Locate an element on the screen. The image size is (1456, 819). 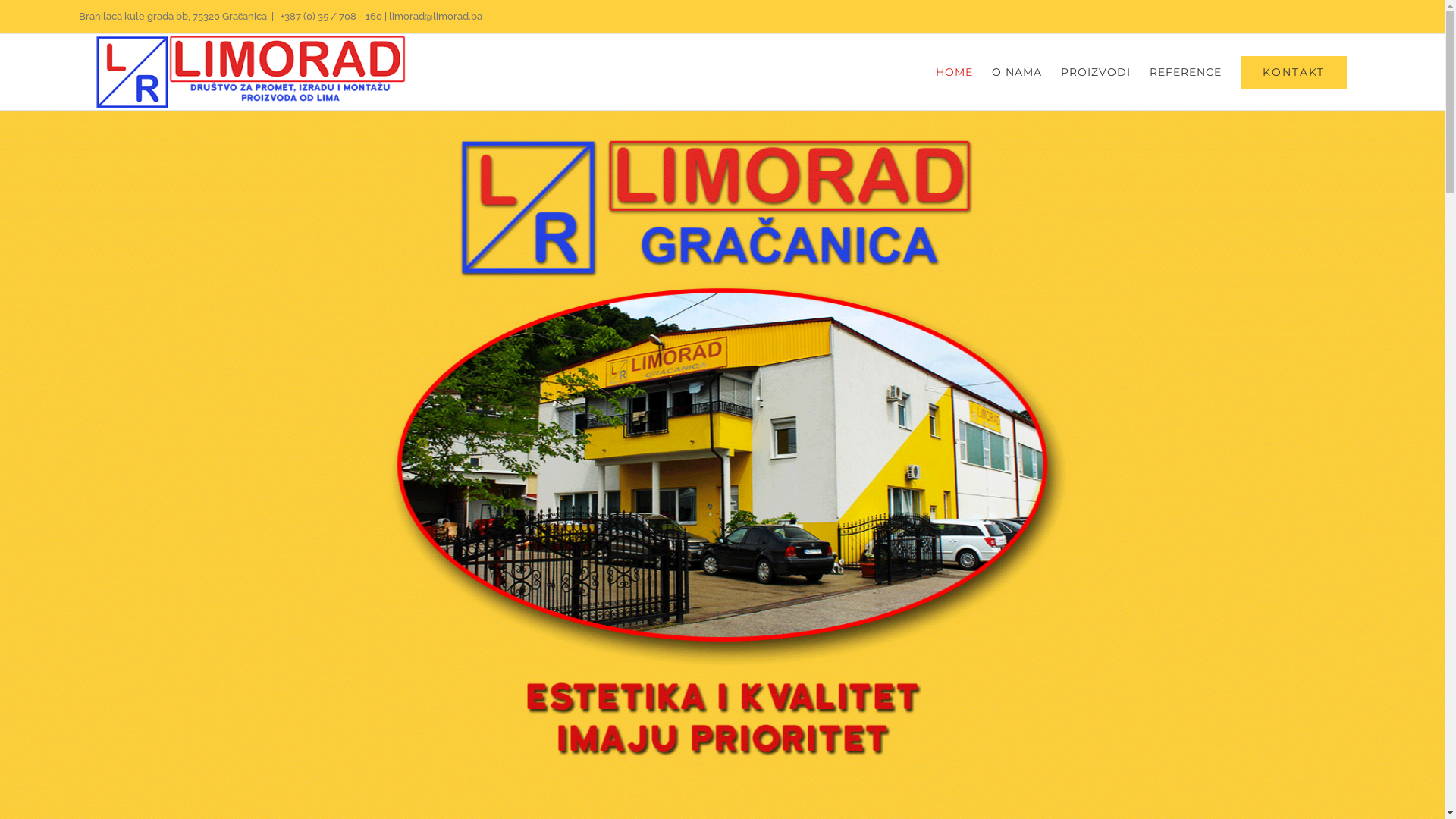
'PROIZVODI' is located at coordinates (1059, 72).